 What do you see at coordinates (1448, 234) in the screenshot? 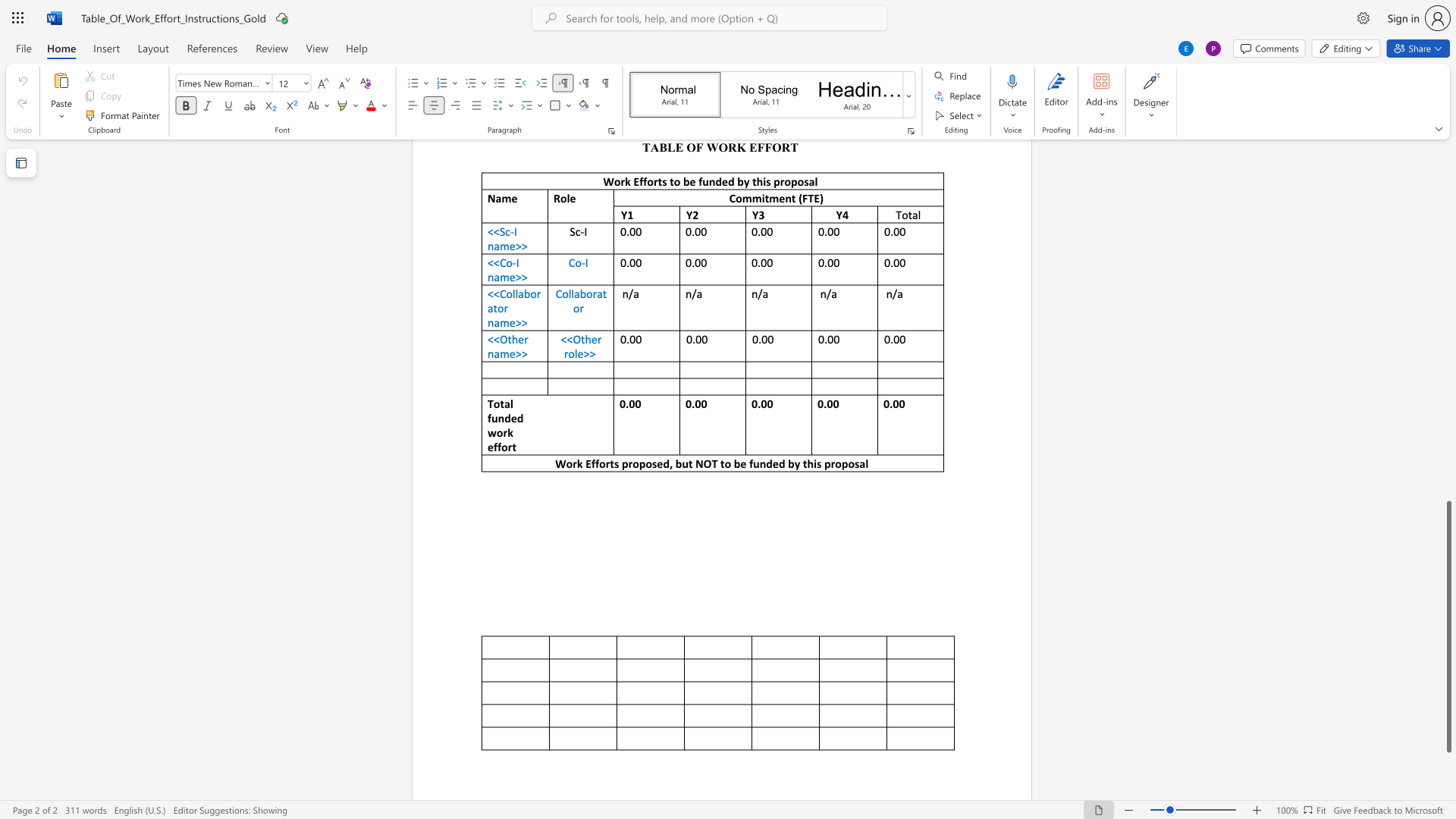
I see `the scrollbar on the right` at bounding box center [1448, 234].